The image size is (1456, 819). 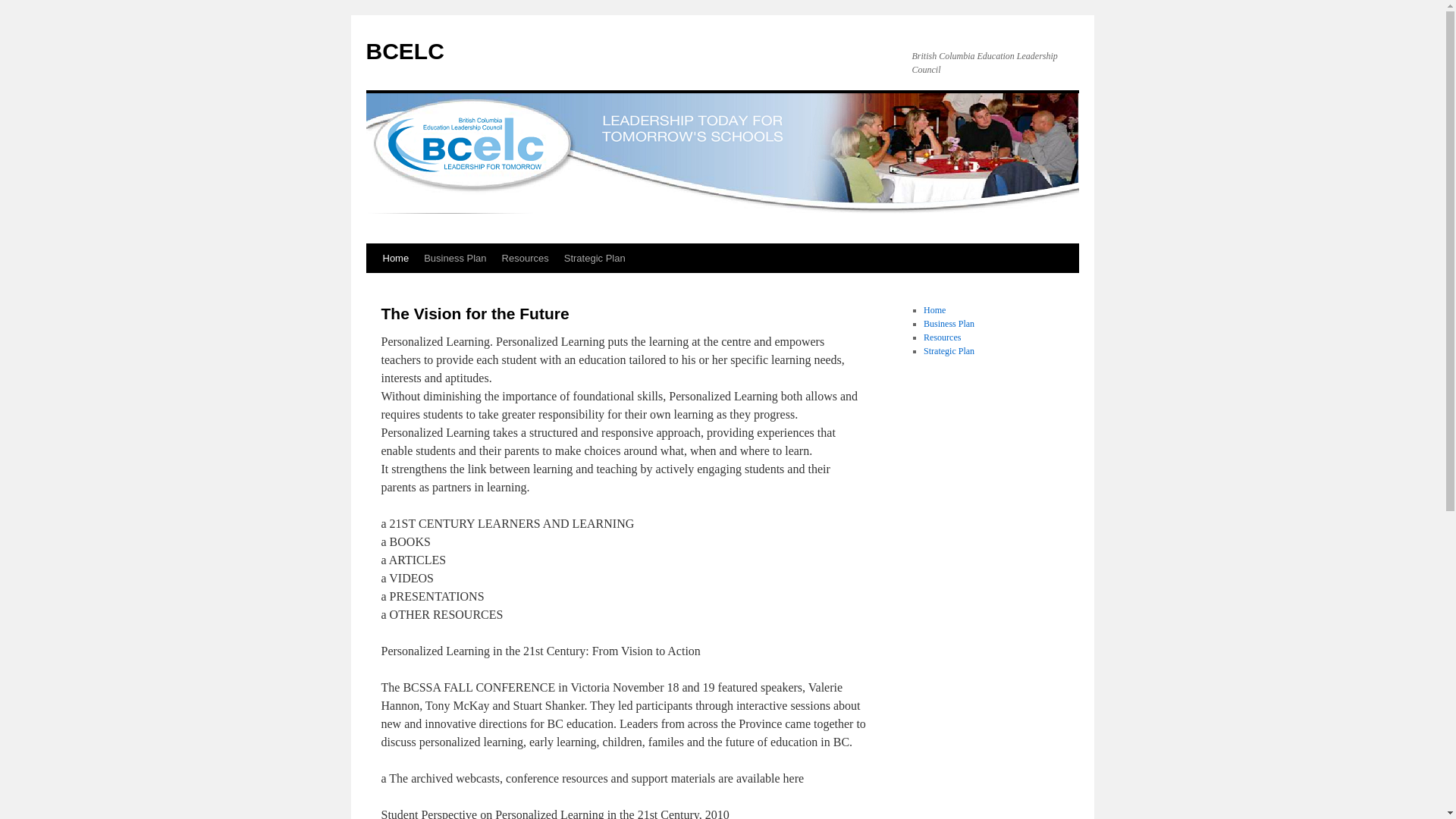 I want to click on 'Home', so click(x=934, y=309).